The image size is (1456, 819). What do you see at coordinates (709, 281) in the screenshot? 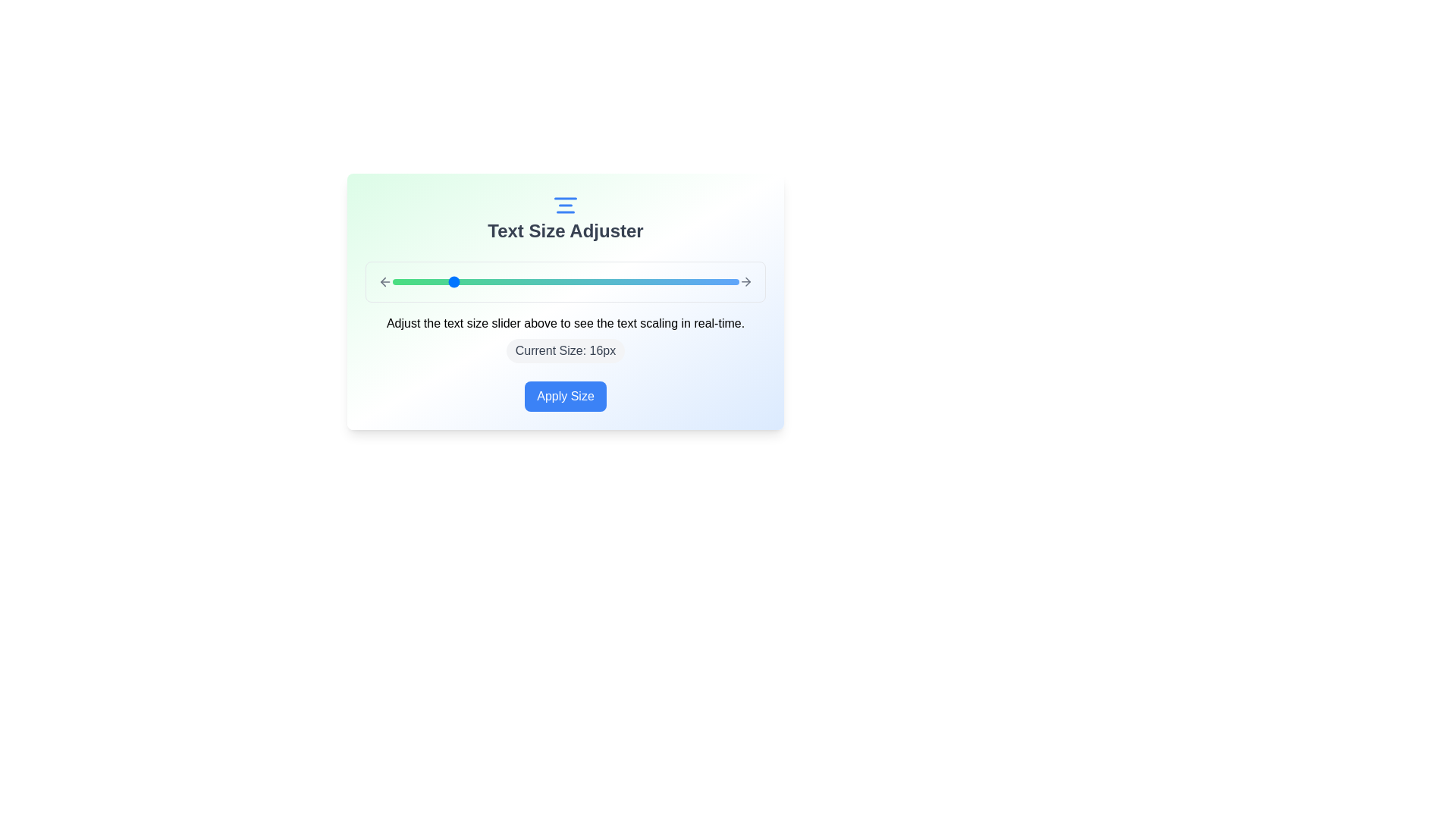
I see `the text size slider to 34 px` at bounding box center [709, 281].